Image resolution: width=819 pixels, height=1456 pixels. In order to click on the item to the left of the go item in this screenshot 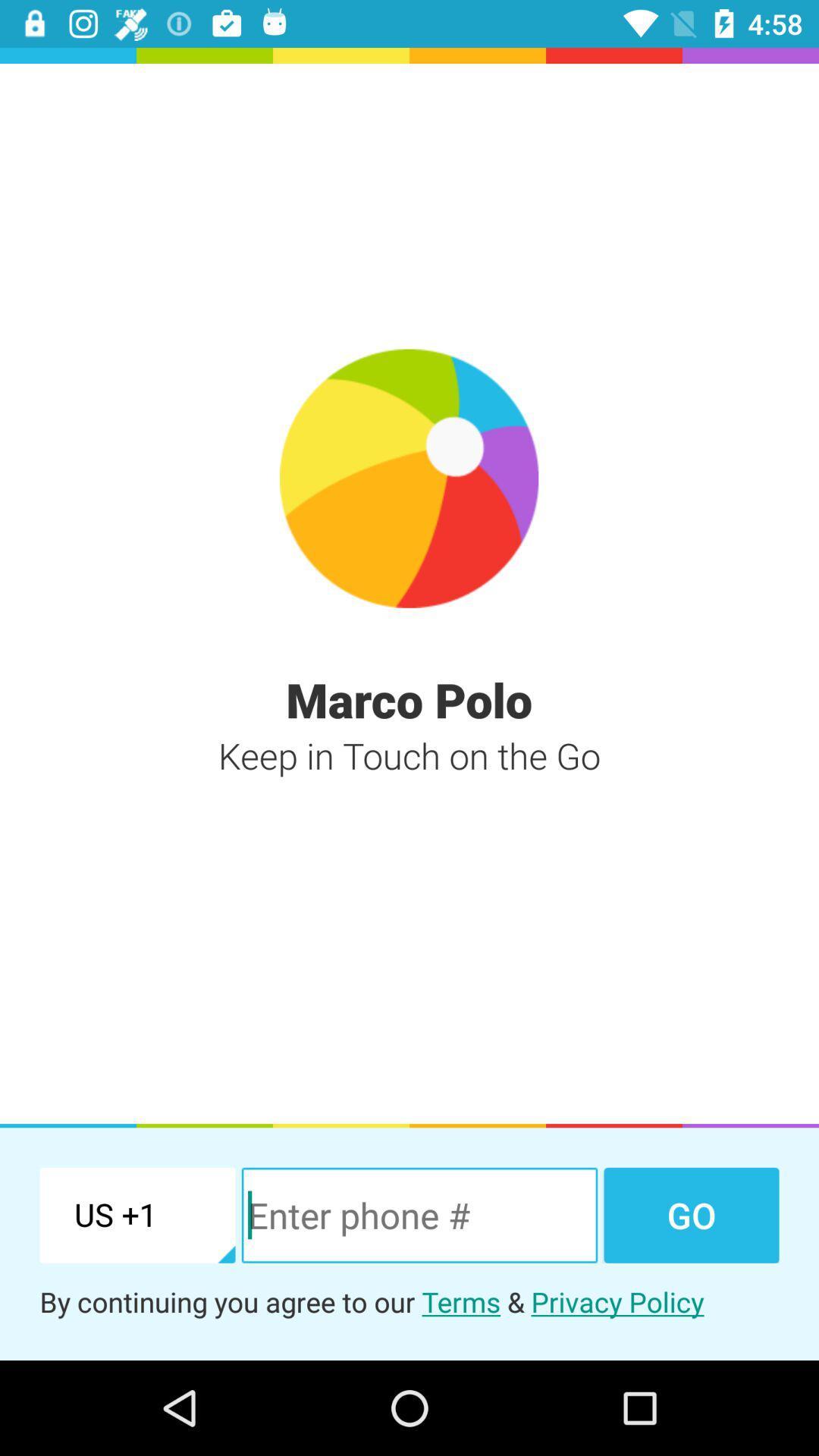, I will do `click(419, 1215)`.